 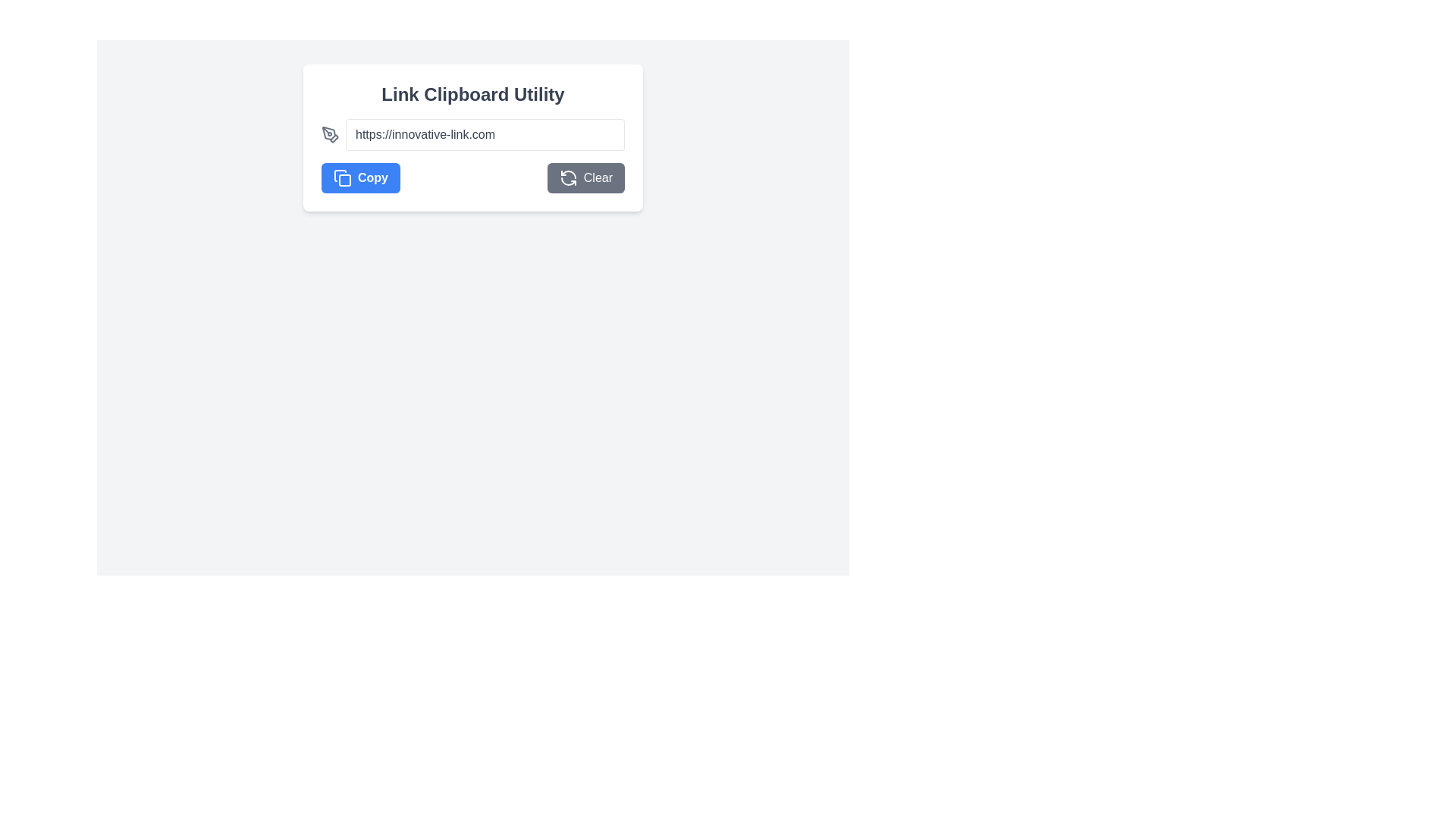 What do you see at coordinates (330, 133) in the screenshot?
I see `the decorative icon next to the URL text input field, which symbolizes an editing or creating action` at bounding box center [330, 133].